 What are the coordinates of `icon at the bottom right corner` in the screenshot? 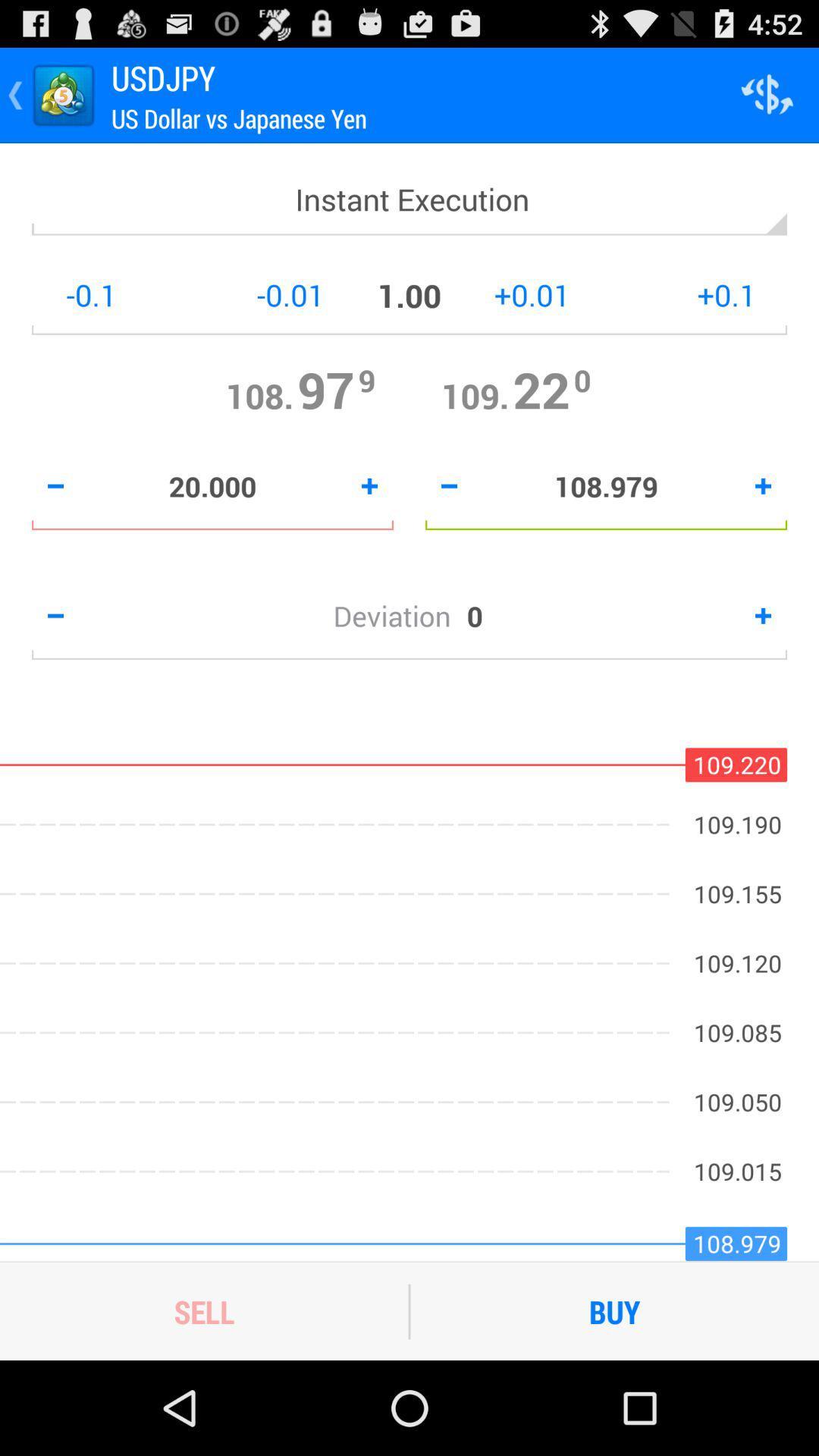 It's located at (614, 1310).